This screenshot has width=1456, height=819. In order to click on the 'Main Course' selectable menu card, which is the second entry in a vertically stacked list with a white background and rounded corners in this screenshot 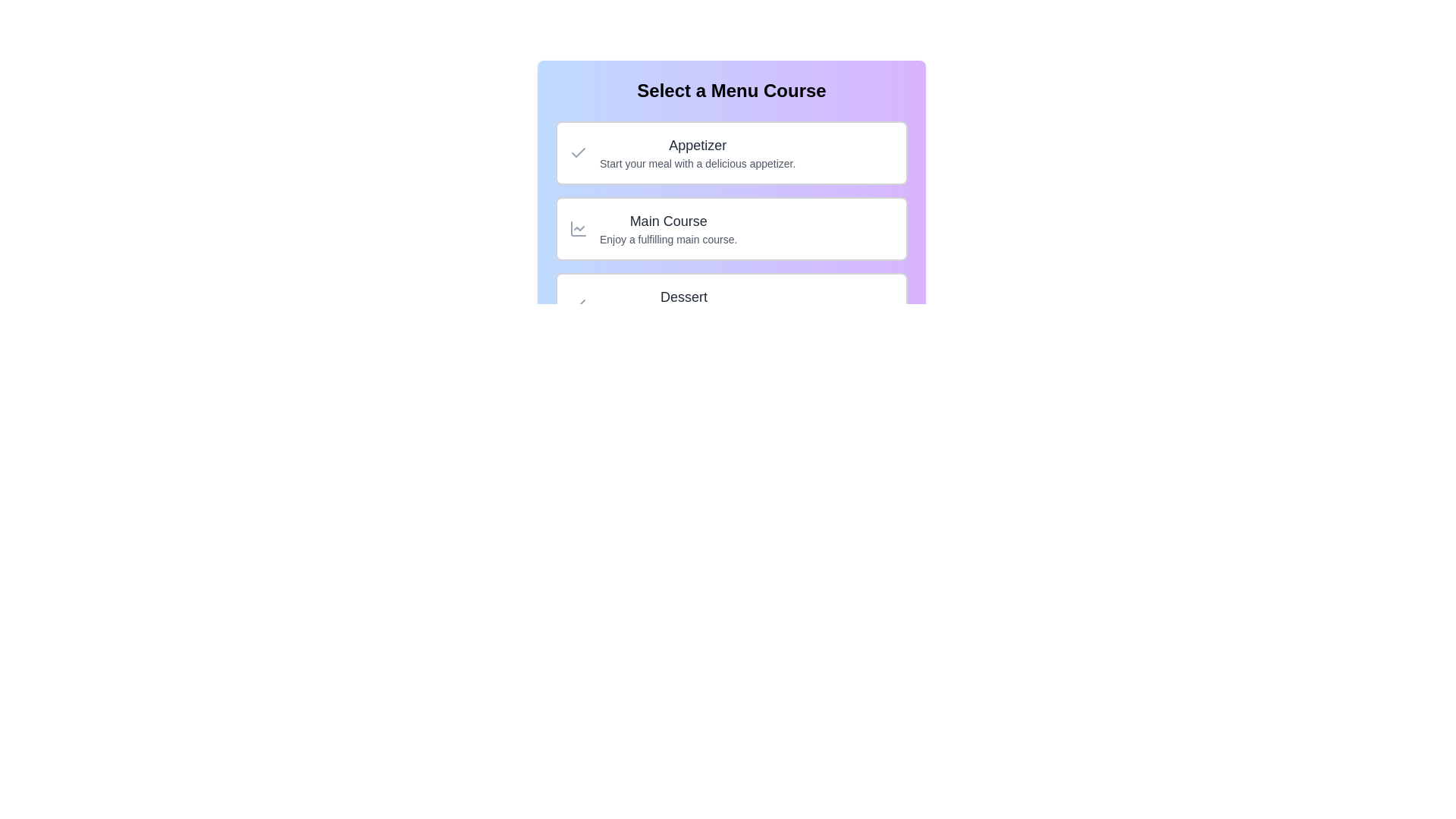, I will do `click(731, 228)`.